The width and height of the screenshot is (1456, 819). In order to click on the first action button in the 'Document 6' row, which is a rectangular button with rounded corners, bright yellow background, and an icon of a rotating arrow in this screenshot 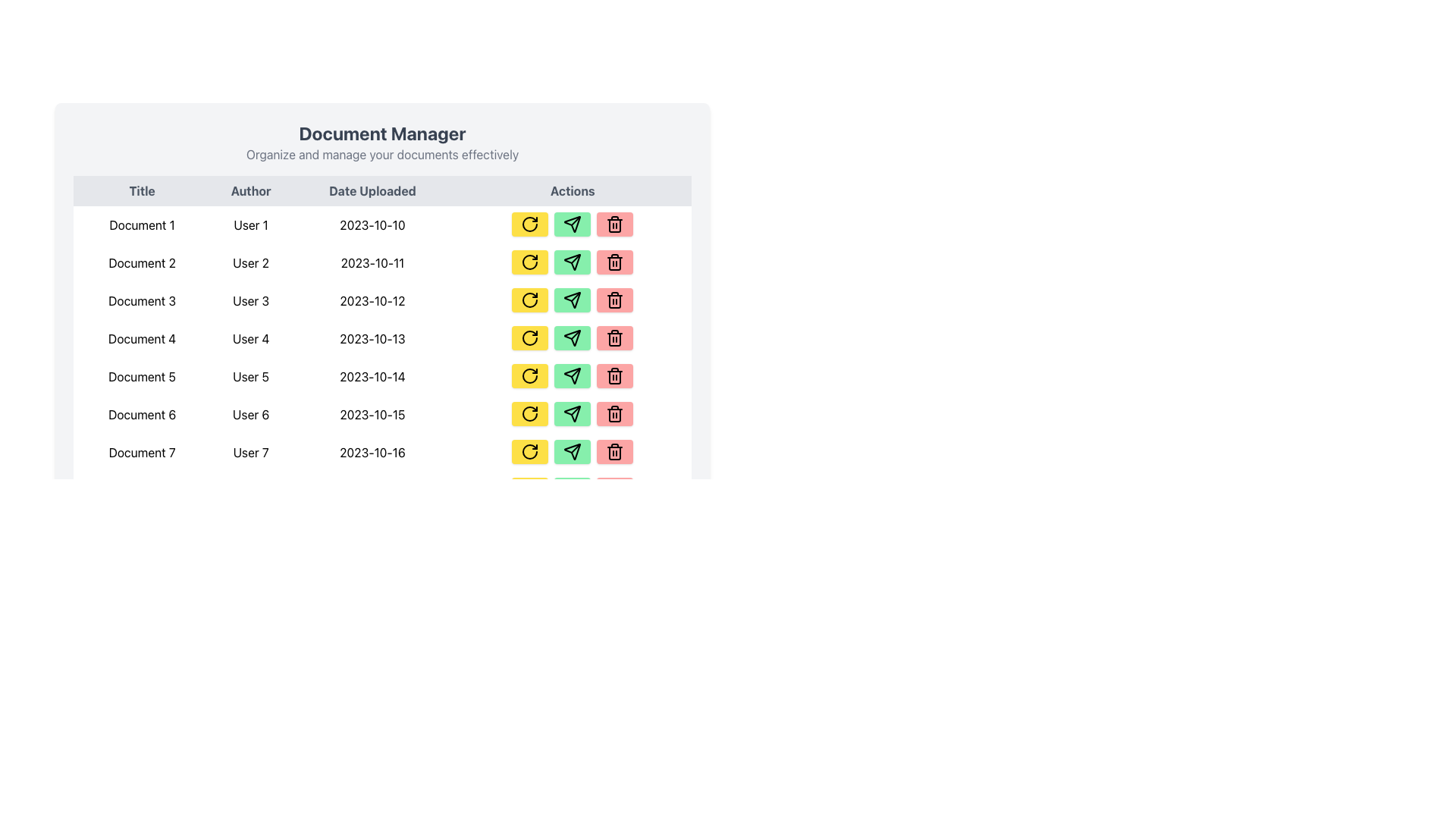, I will do `click(530, 414)`.